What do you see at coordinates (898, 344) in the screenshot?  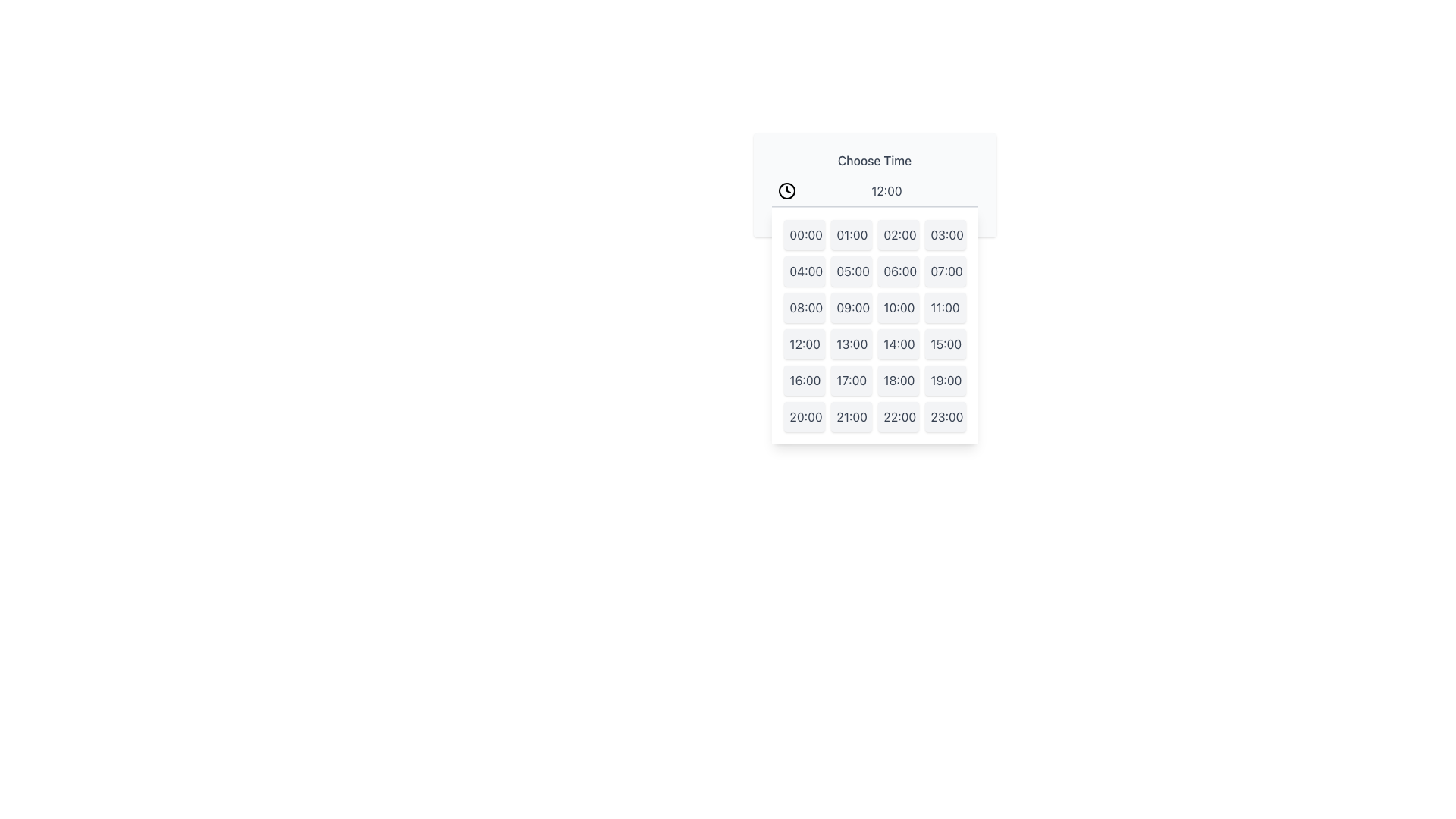 I see `the time selection button located in the fourth row and third column of the grid` at bounding box center [898, 344].